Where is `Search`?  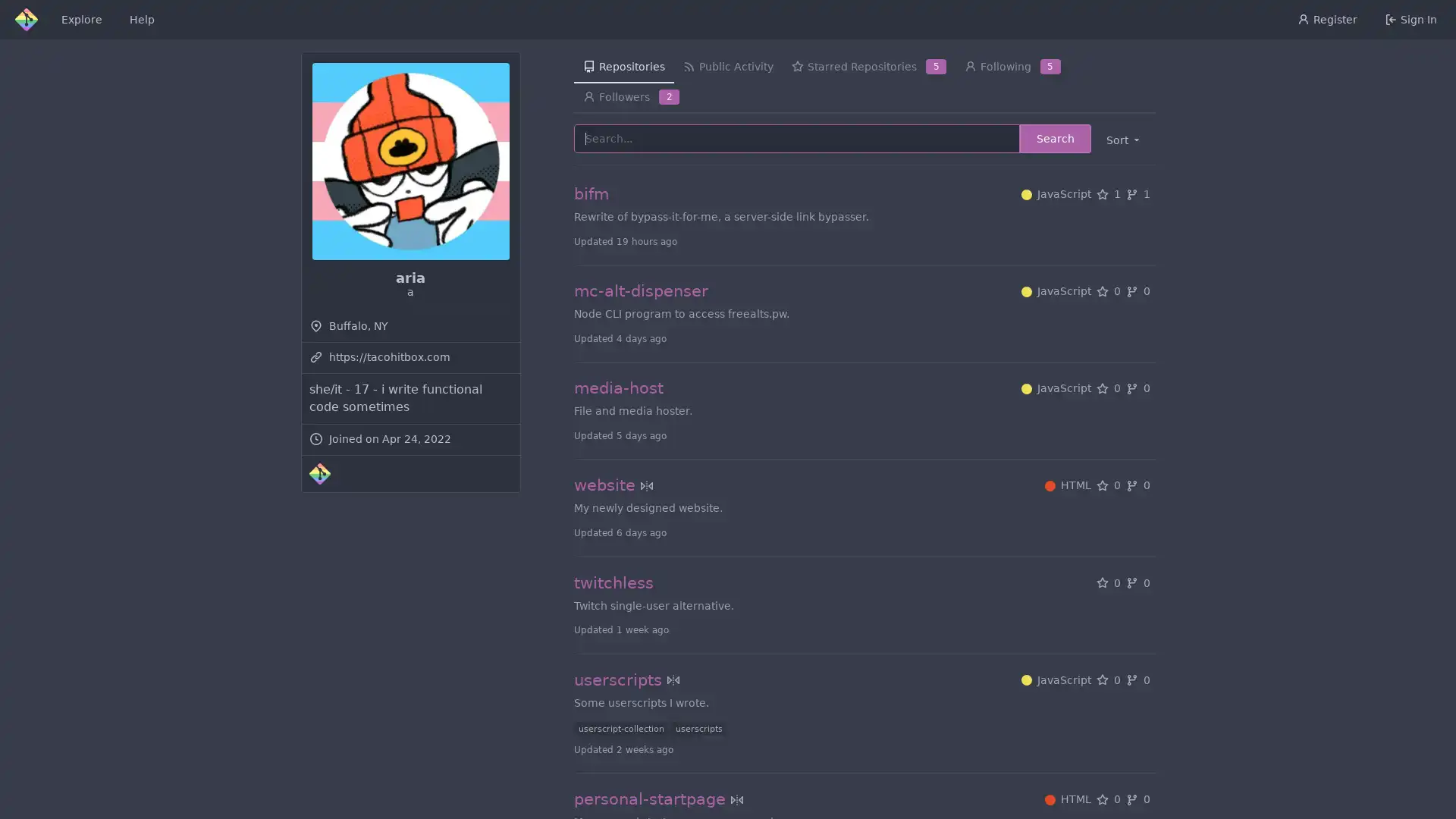 Search is located at coordinates (1054, 138).